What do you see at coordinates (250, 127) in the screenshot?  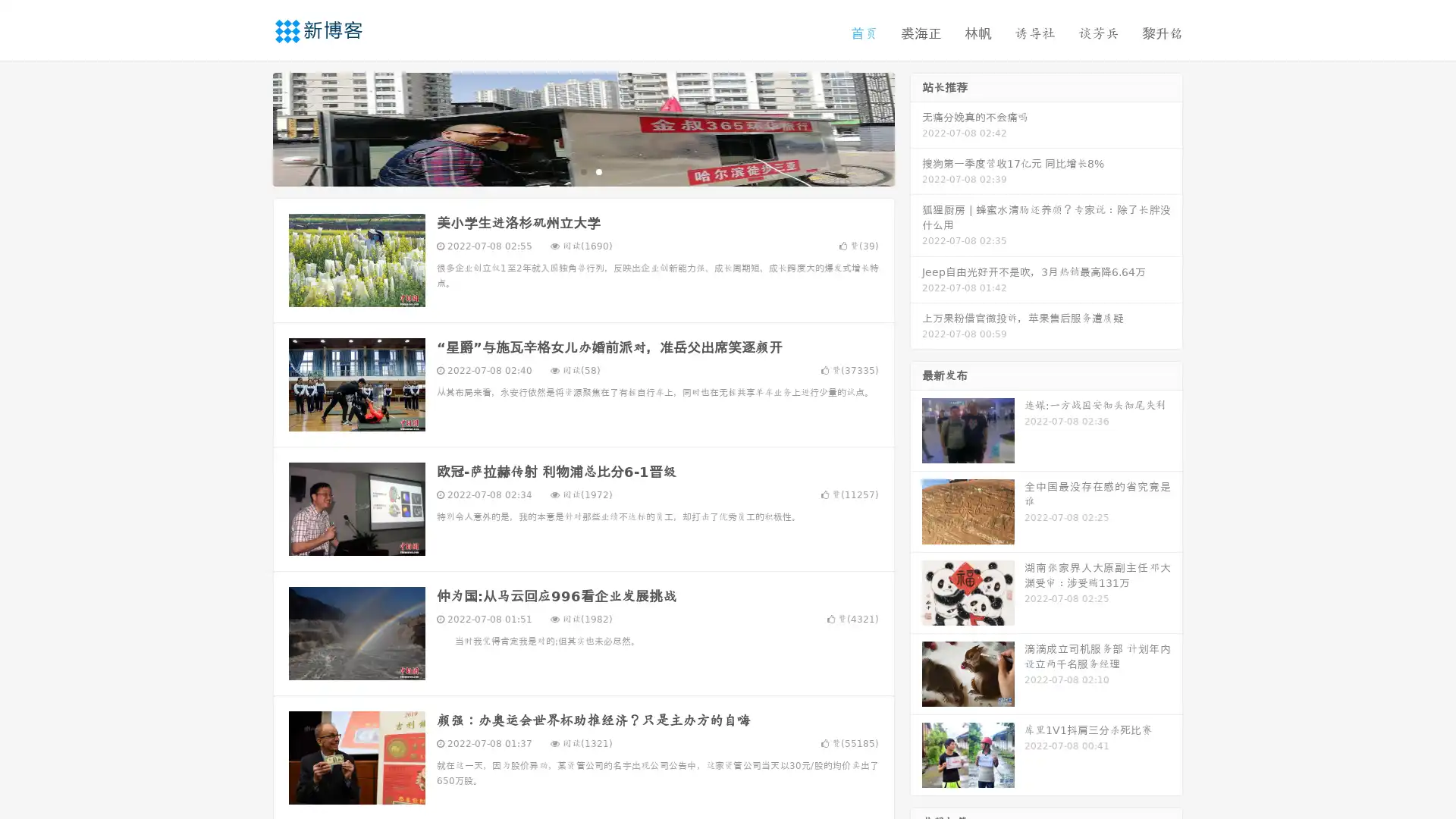 I see `Previous slide` at bounding box center [250, 127].